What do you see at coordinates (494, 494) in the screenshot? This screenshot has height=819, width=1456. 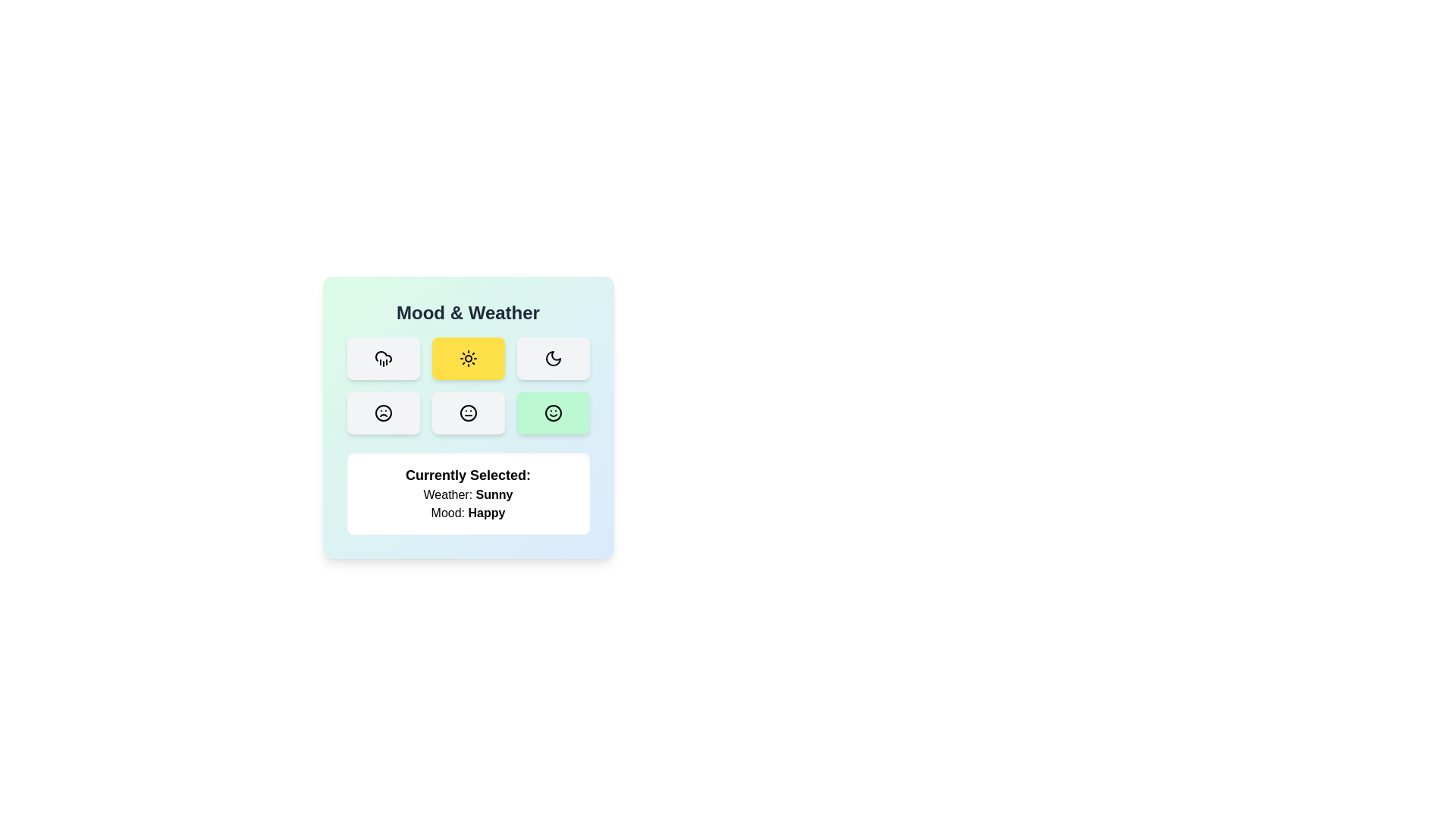 I see `the bold and capitalized text label 'Sunny' located in the 'Currently Selected' section under the 'Weather:' descriptor` at bounding box center [494, 494].